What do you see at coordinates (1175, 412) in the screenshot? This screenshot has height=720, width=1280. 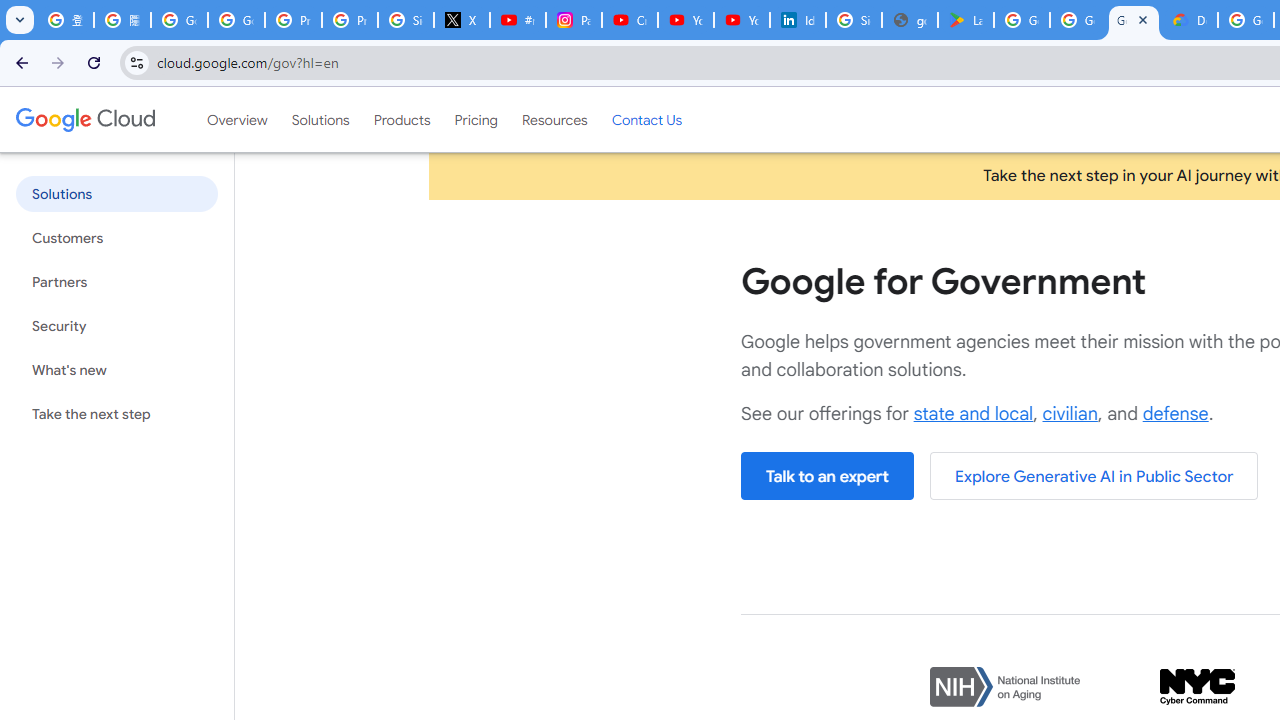 I see `'defense'` at bounding box center [1175, 412].